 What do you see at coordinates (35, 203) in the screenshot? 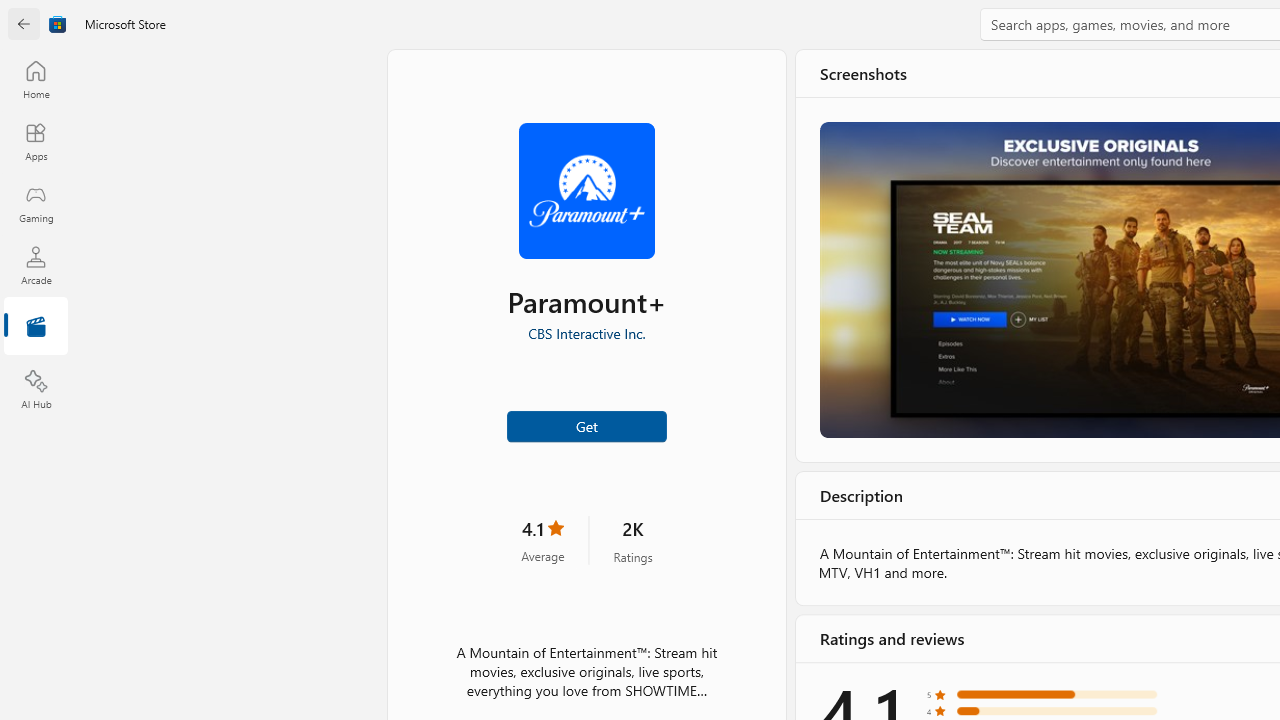
I see `'Gaming'` at bounding box center [35, 203].